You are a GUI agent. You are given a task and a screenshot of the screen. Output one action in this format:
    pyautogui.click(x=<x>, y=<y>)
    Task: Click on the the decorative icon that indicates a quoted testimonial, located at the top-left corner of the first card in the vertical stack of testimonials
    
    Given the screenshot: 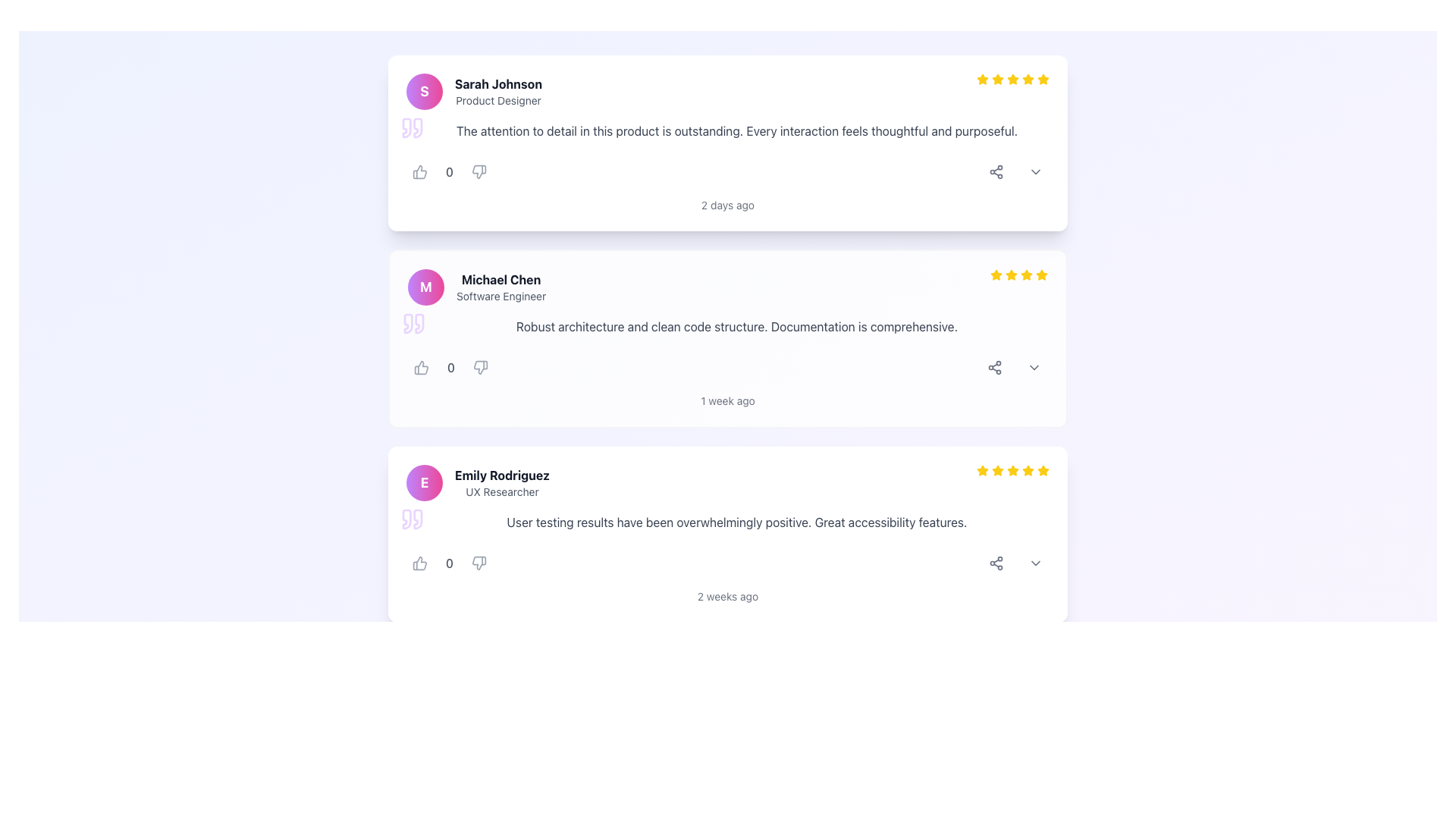 What is the action you would take?
    pyautogui.click(x=412, y=127)
    